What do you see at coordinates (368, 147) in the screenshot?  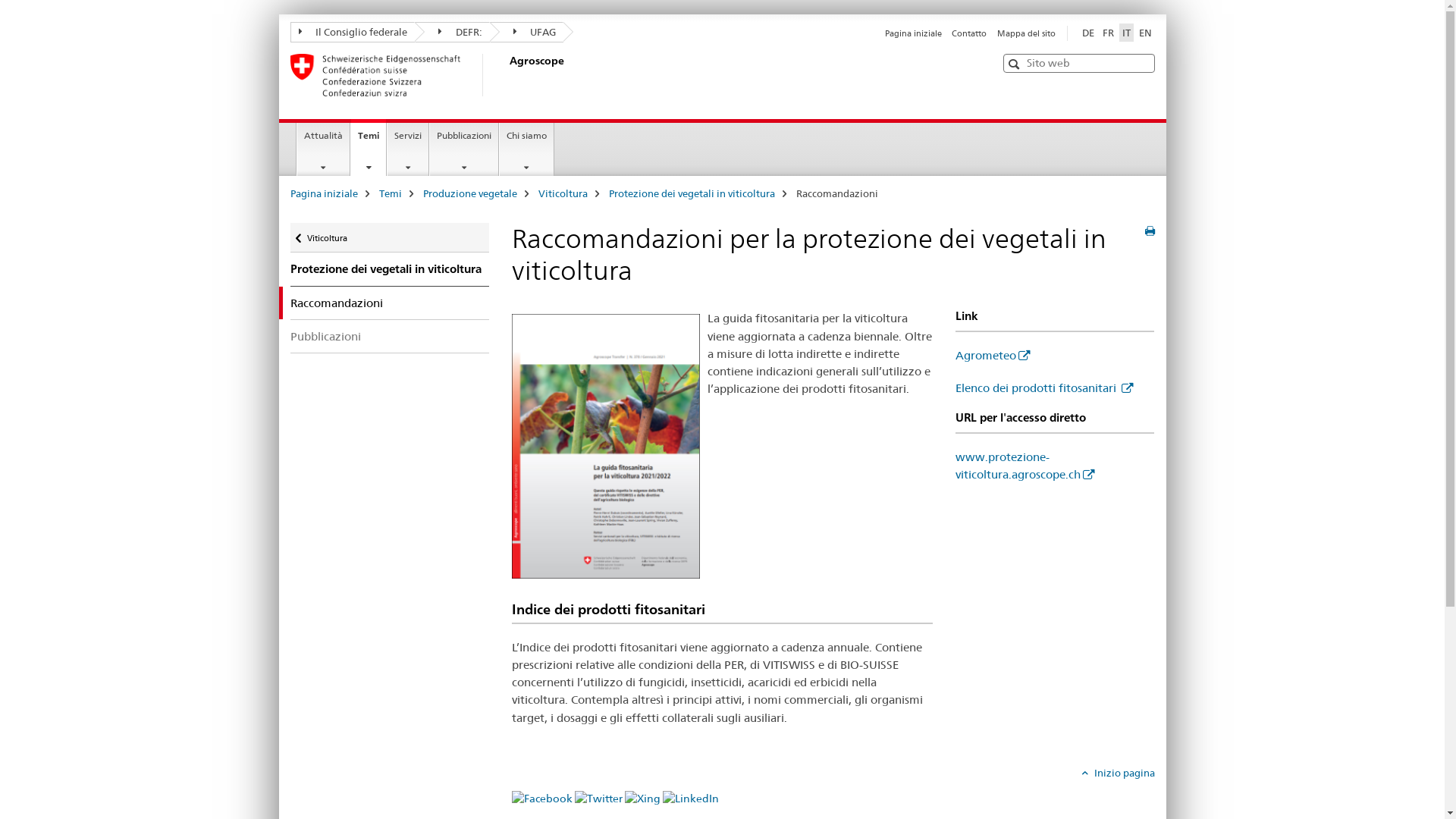 I see `'Temi` at bounding box center [368, 147].